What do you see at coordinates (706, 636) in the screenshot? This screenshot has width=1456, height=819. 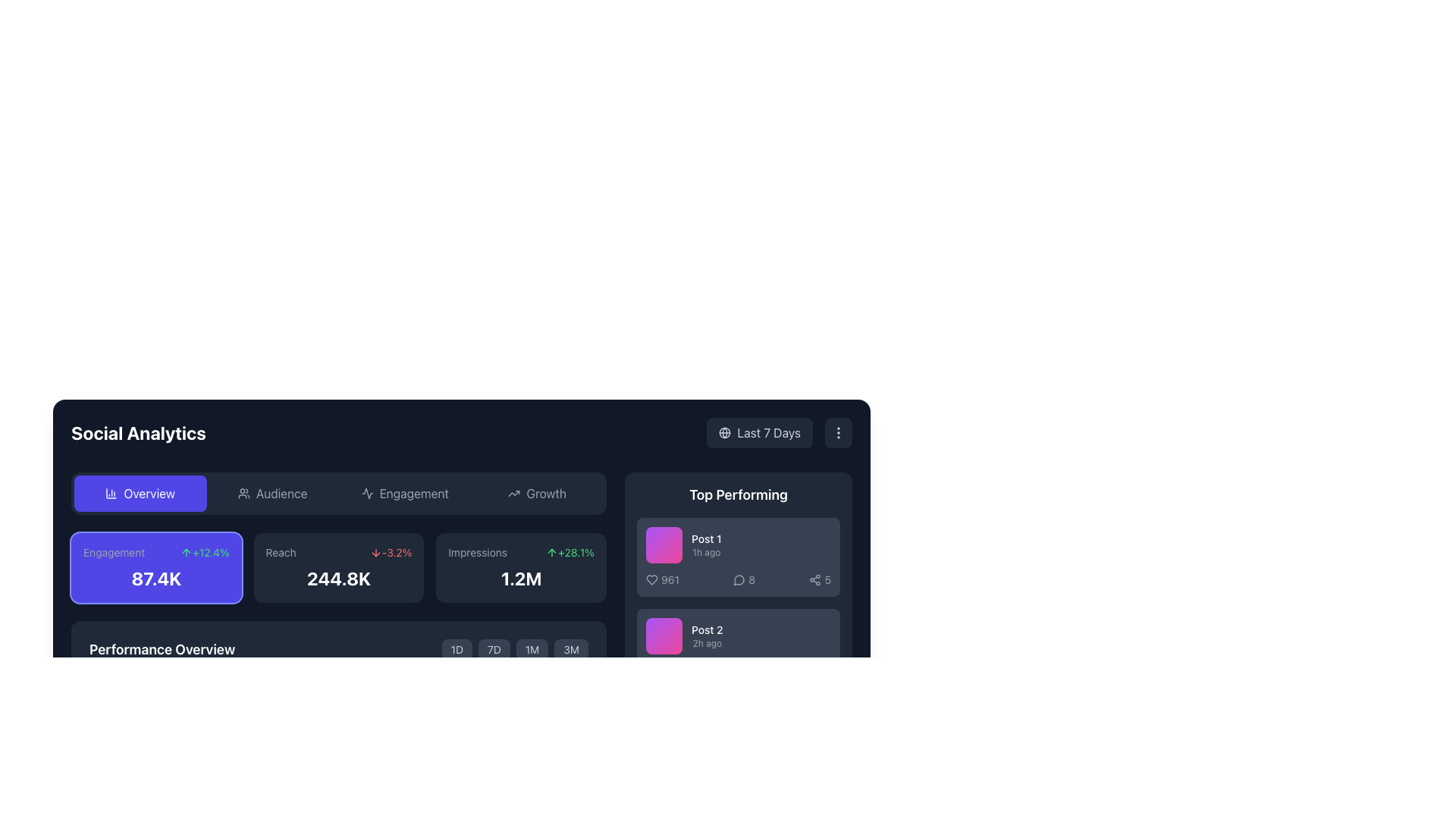 I see `text from the Text Label displaying details about a specific post, located under the 'Top Performing' section, as the second item in the list of posts` at bounding box center [706, 636].